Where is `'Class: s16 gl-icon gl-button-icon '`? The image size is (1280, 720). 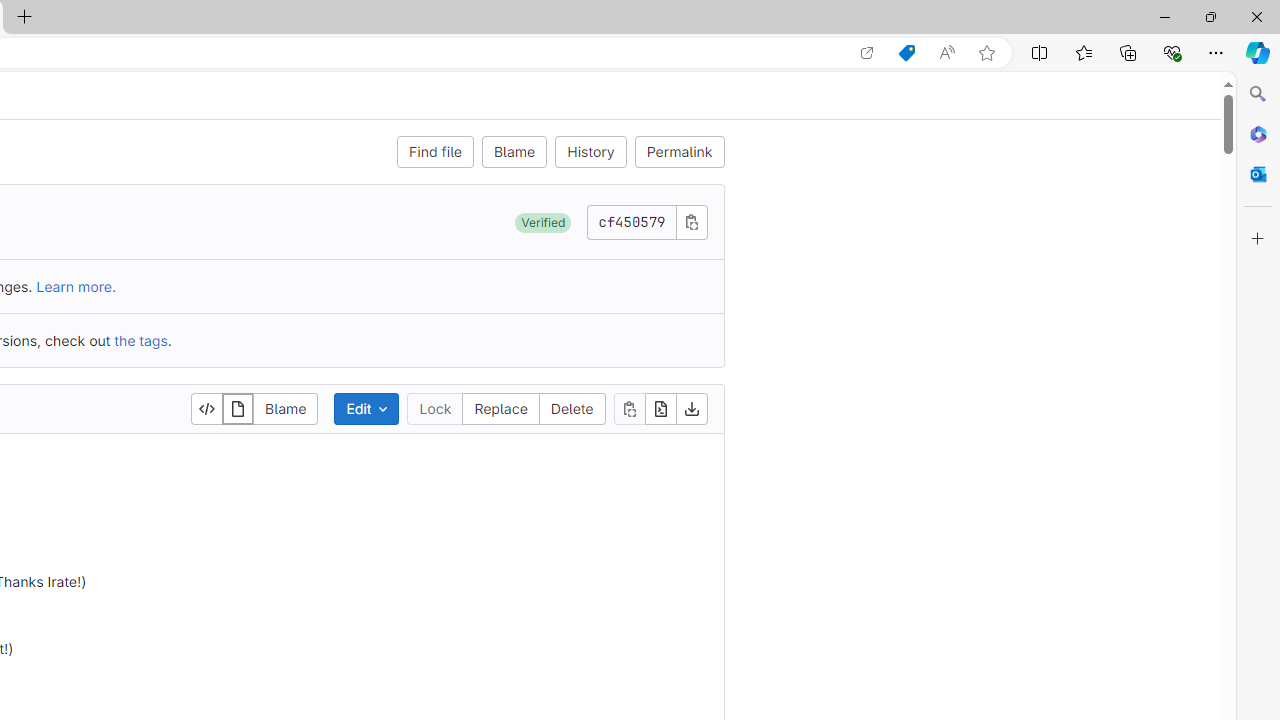
'Class: s16 gl-icon gl-button-icon ' is located at coordinates (691, 221).